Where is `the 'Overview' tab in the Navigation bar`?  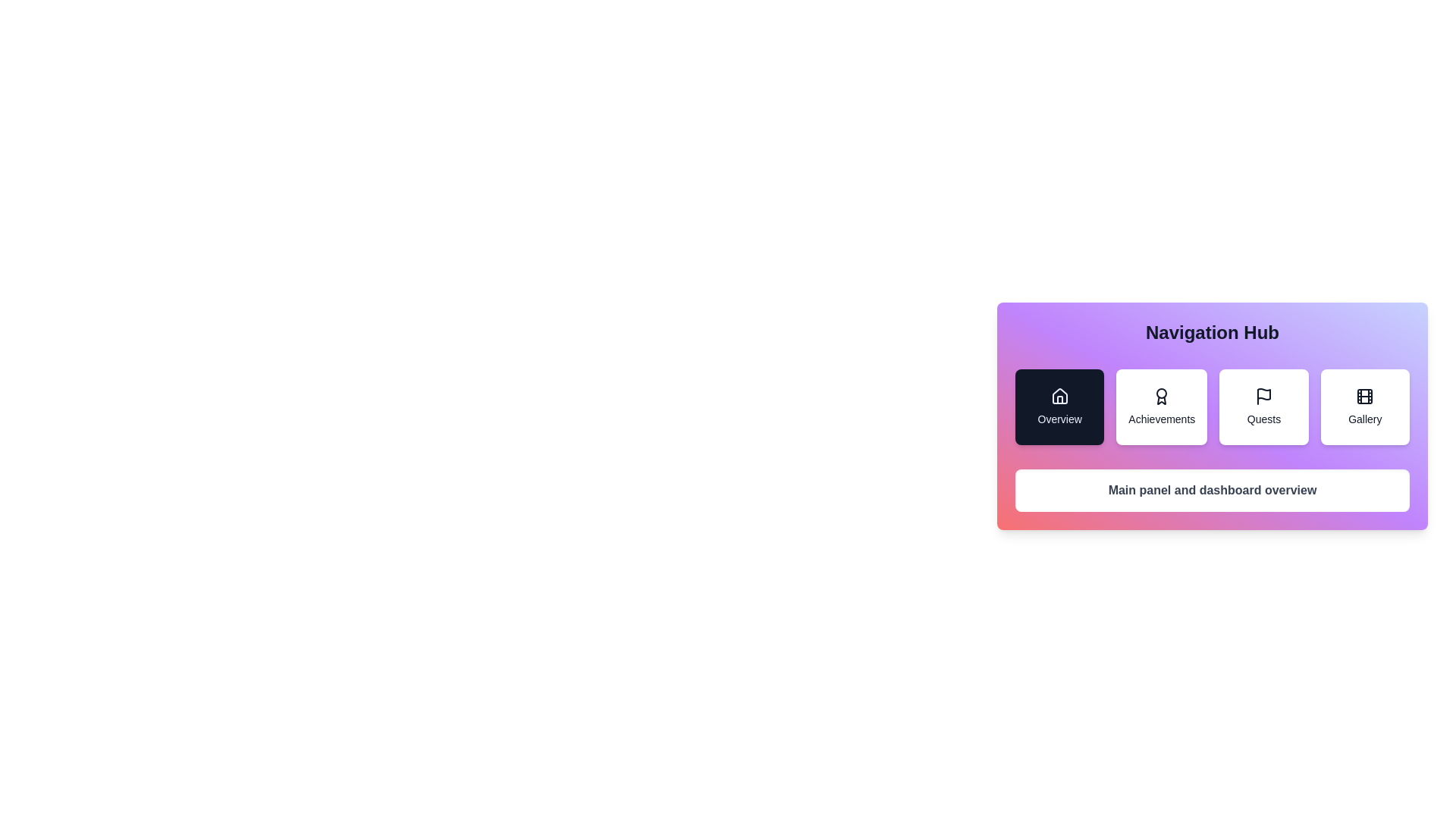
the 'Overview' tab in the Navigation bar is located at coordinates (1211, 406).